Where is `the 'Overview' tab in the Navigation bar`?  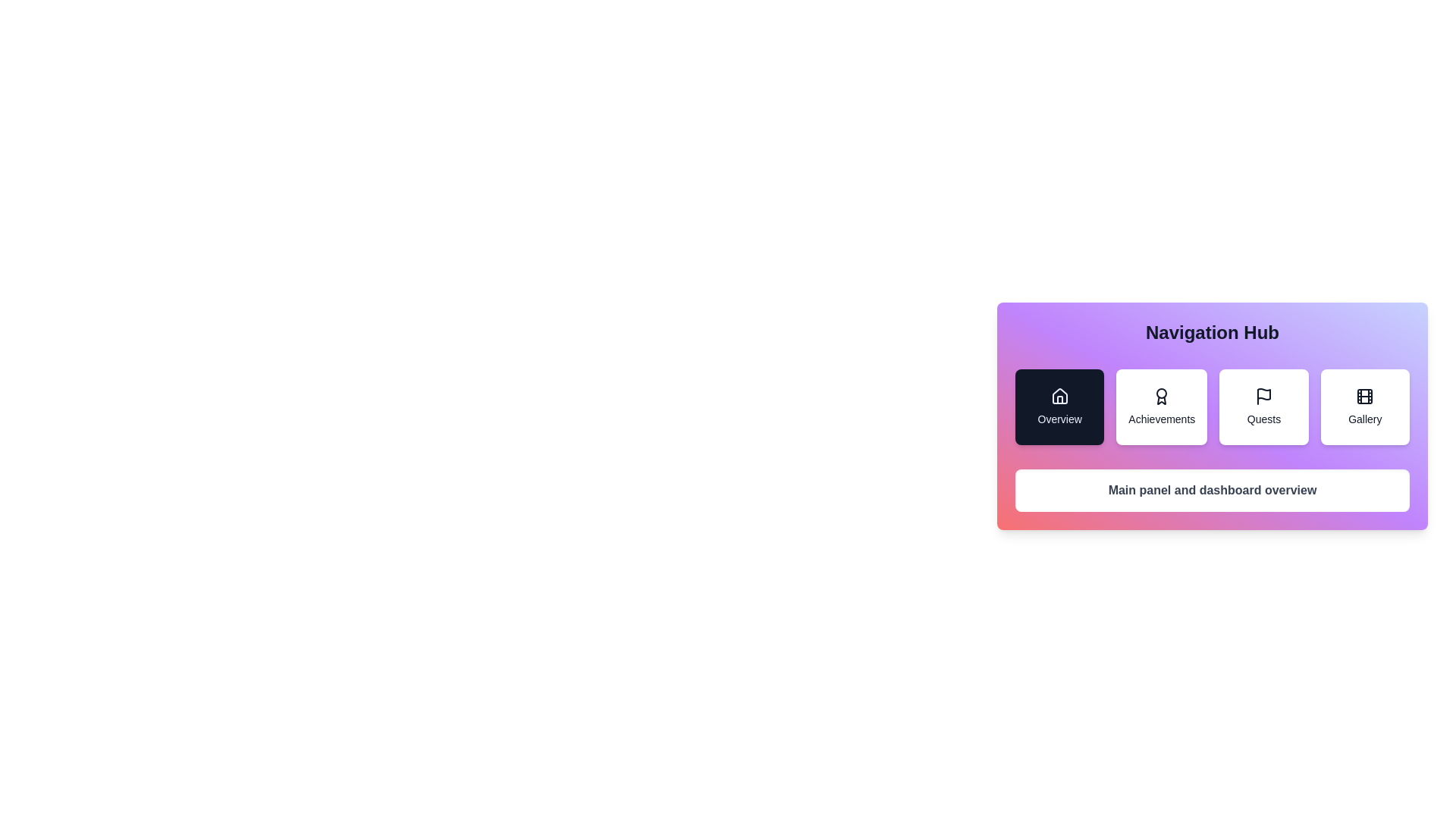
the 'Overview' tab in the Navigation bar is located at coordinates (1211, 406).